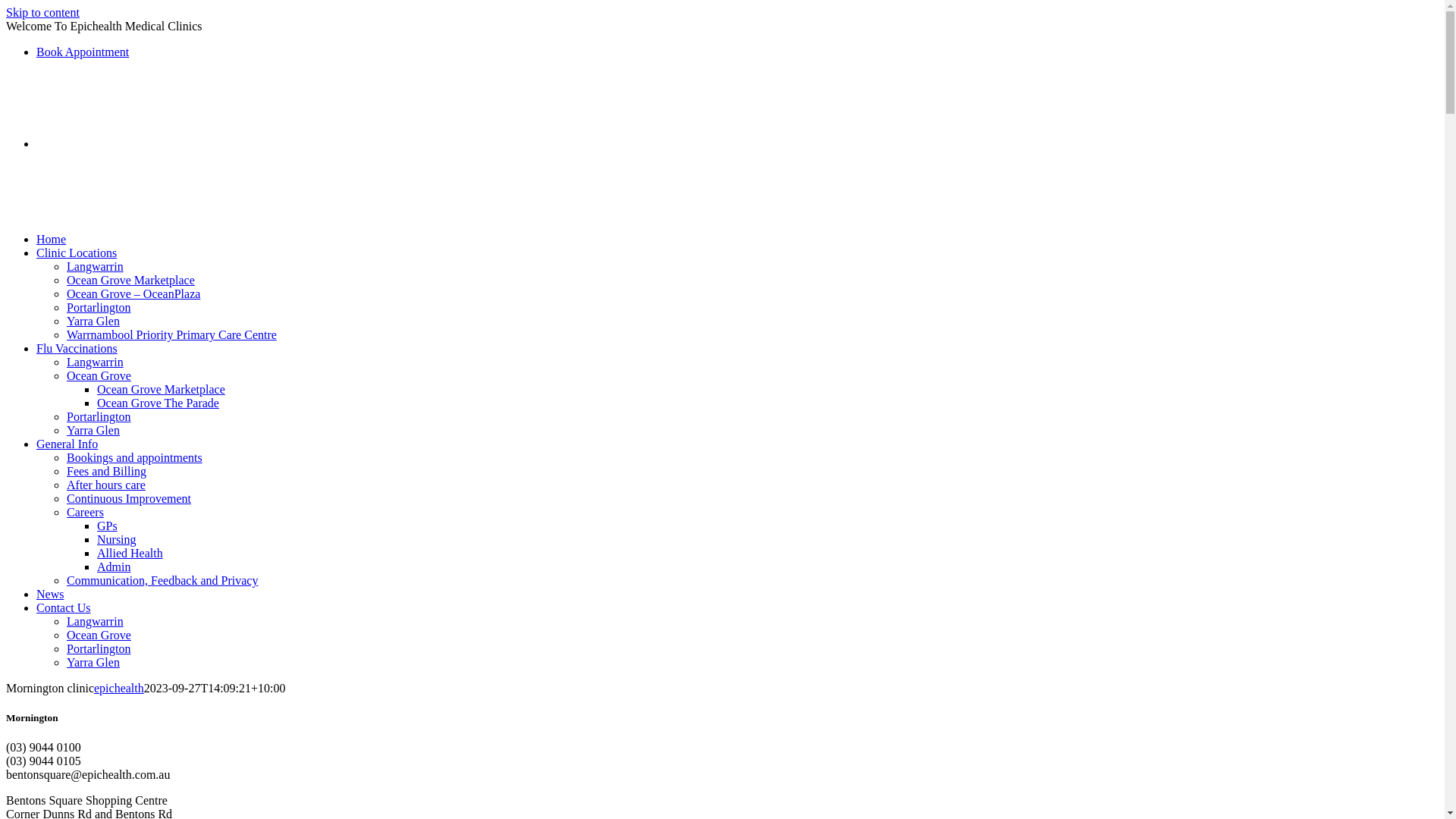 This screenshot has width=1456, height=819. Describe the element at coordinates (82, 51) in the screenshot. I see `'Book Appointment'` at that location.